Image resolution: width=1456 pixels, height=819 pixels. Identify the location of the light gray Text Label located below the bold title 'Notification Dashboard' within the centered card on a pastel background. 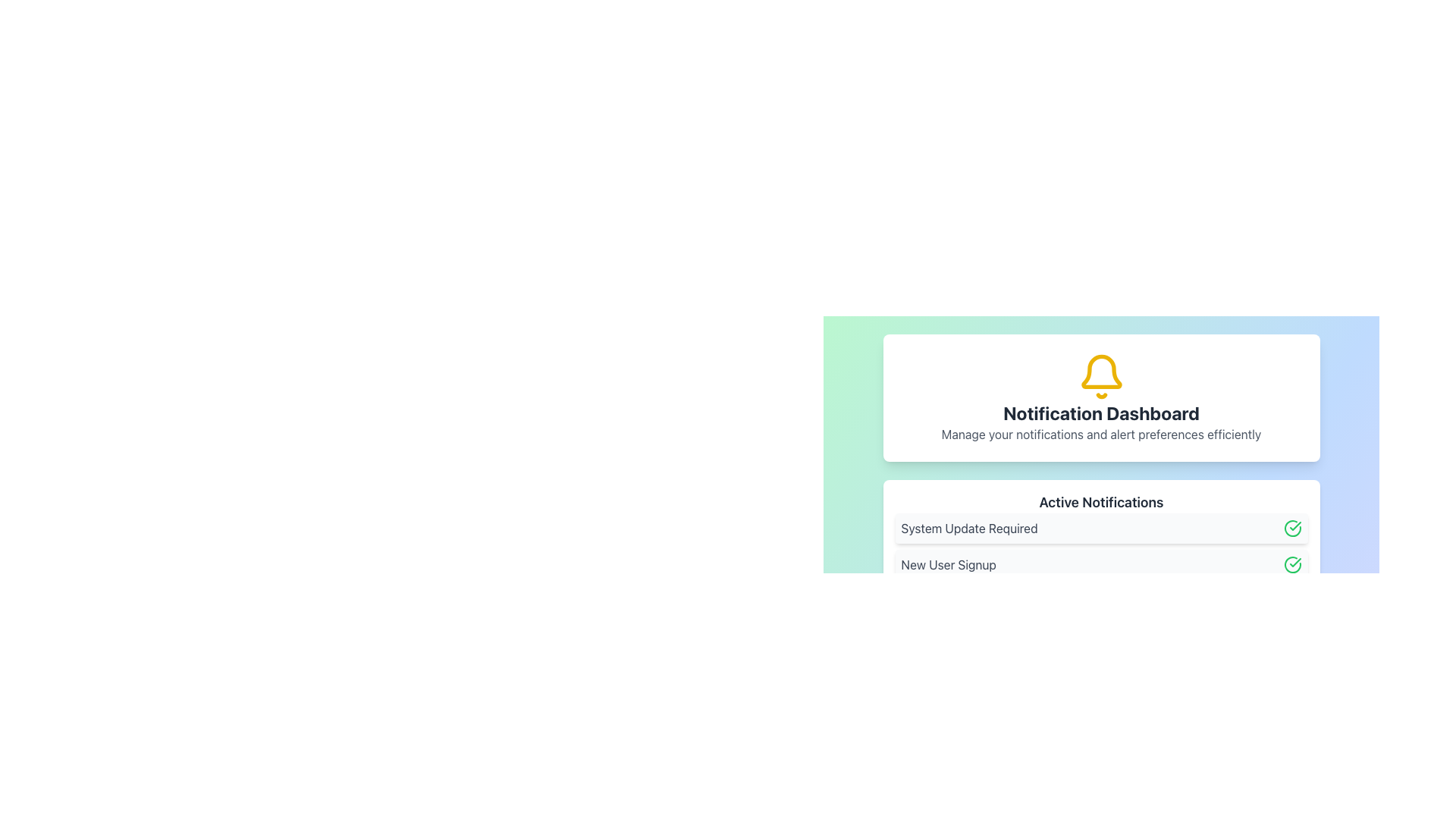
(1101, 435).